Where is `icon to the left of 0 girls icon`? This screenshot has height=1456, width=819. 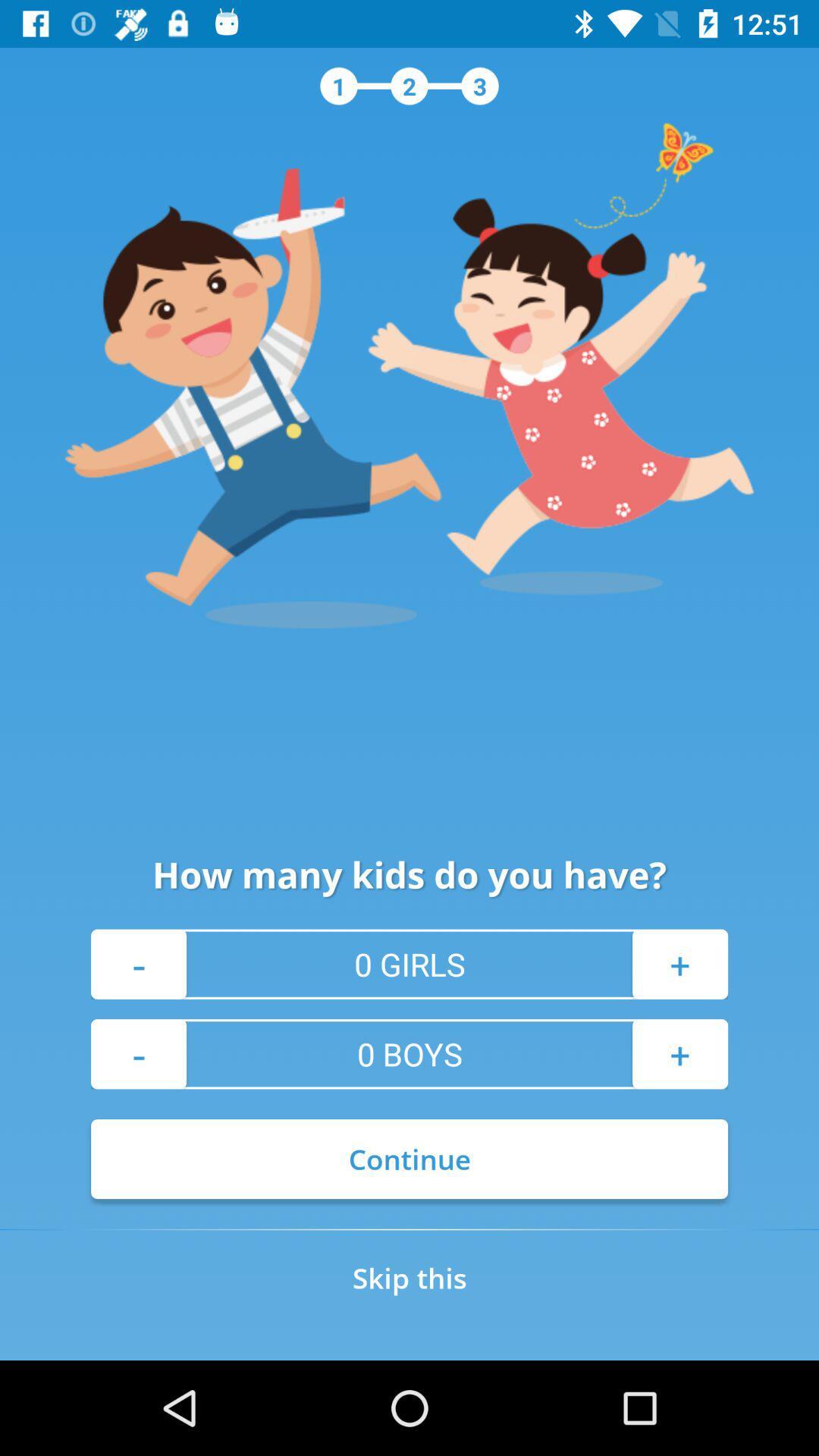 icon to the left of 0 girls icon is located at coordinates (138, 963).